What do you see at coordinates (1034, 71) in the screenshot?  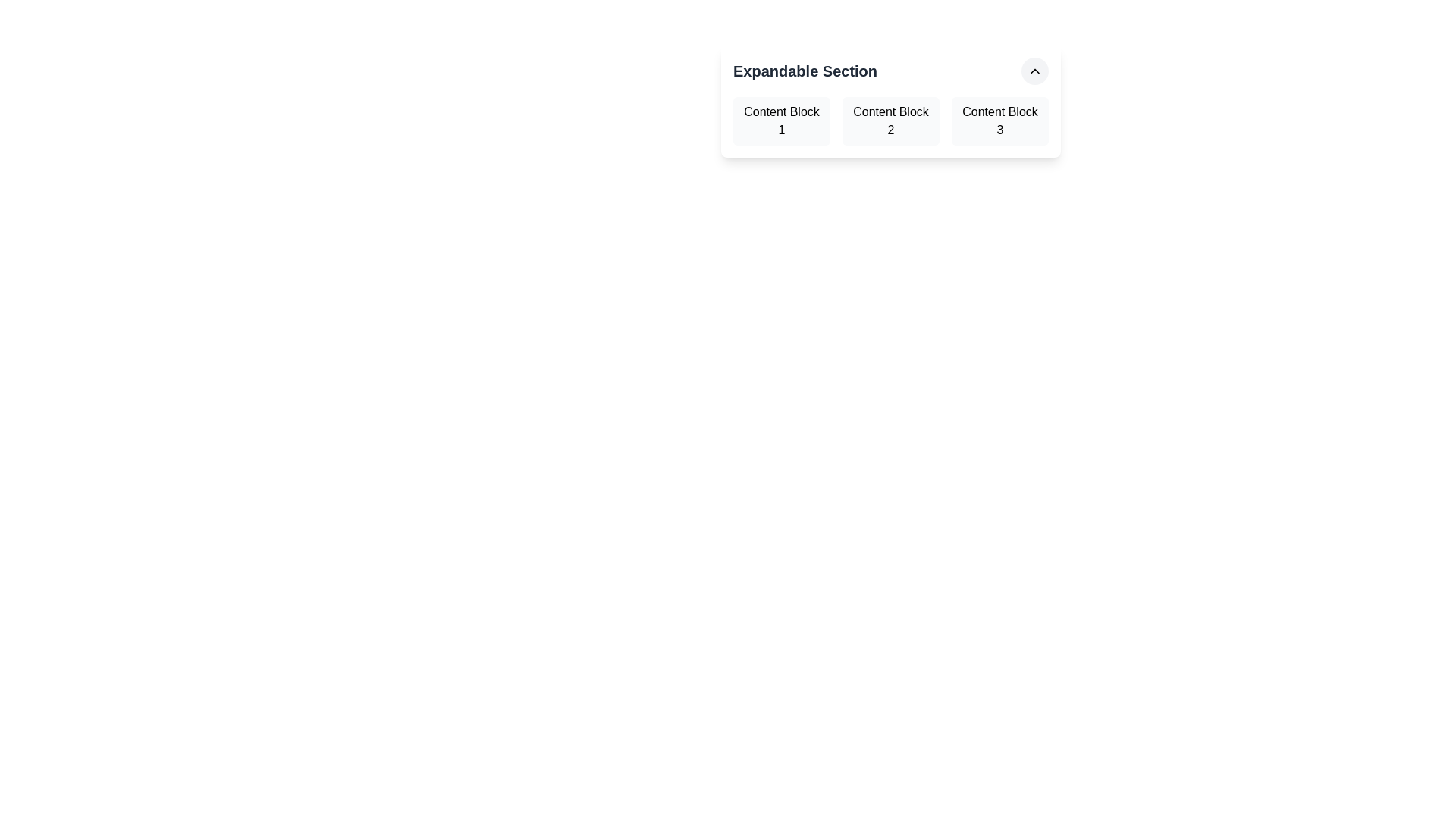 I see `the circular button with an upward-facing chevron icon located in the top-right corner of the 'Expandable Section' to change its background color` at bounding box center [1034, 71].